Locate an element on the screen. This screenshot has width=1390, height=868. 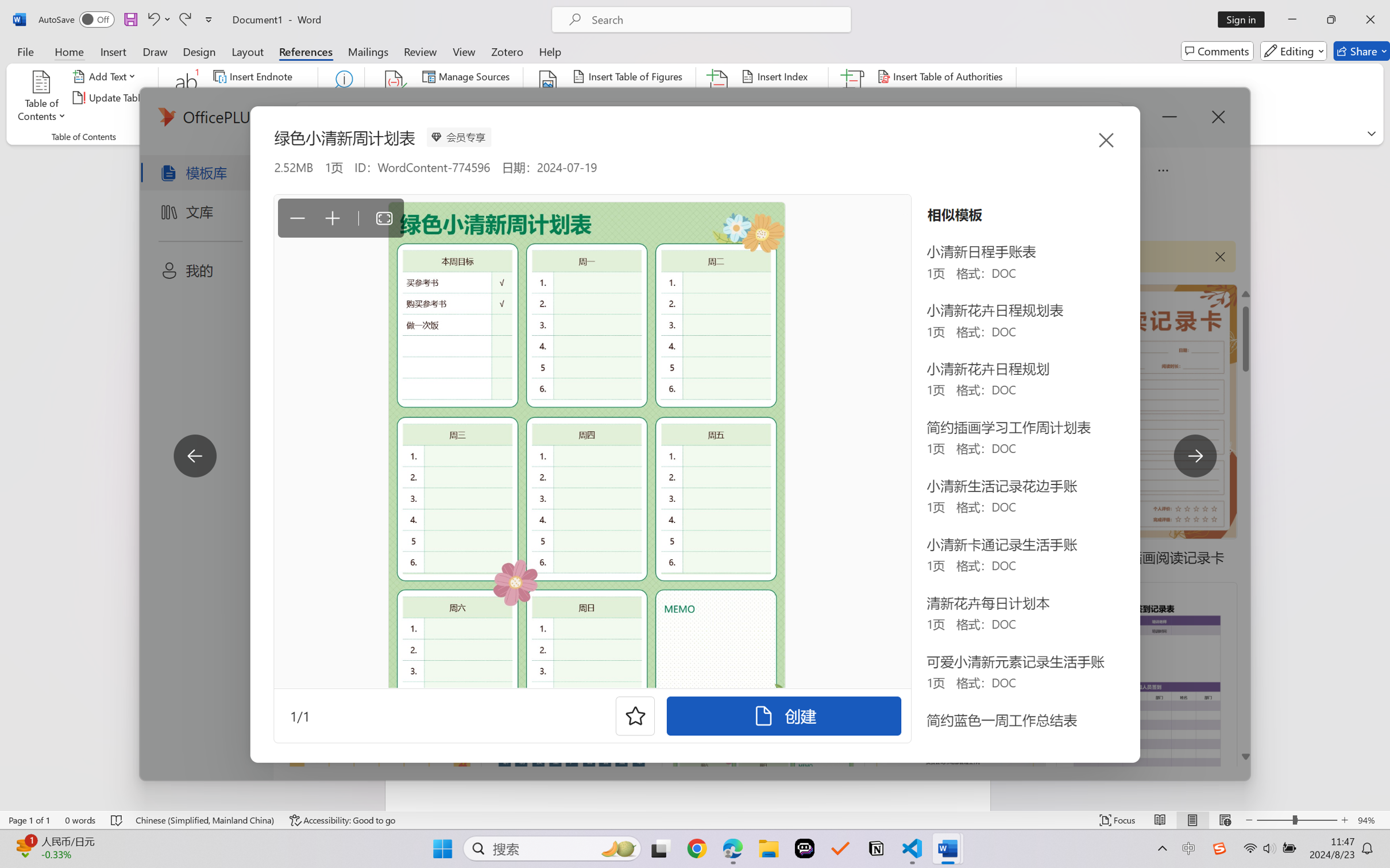
'Manage Sources...' is located at coordinates (468, 75).